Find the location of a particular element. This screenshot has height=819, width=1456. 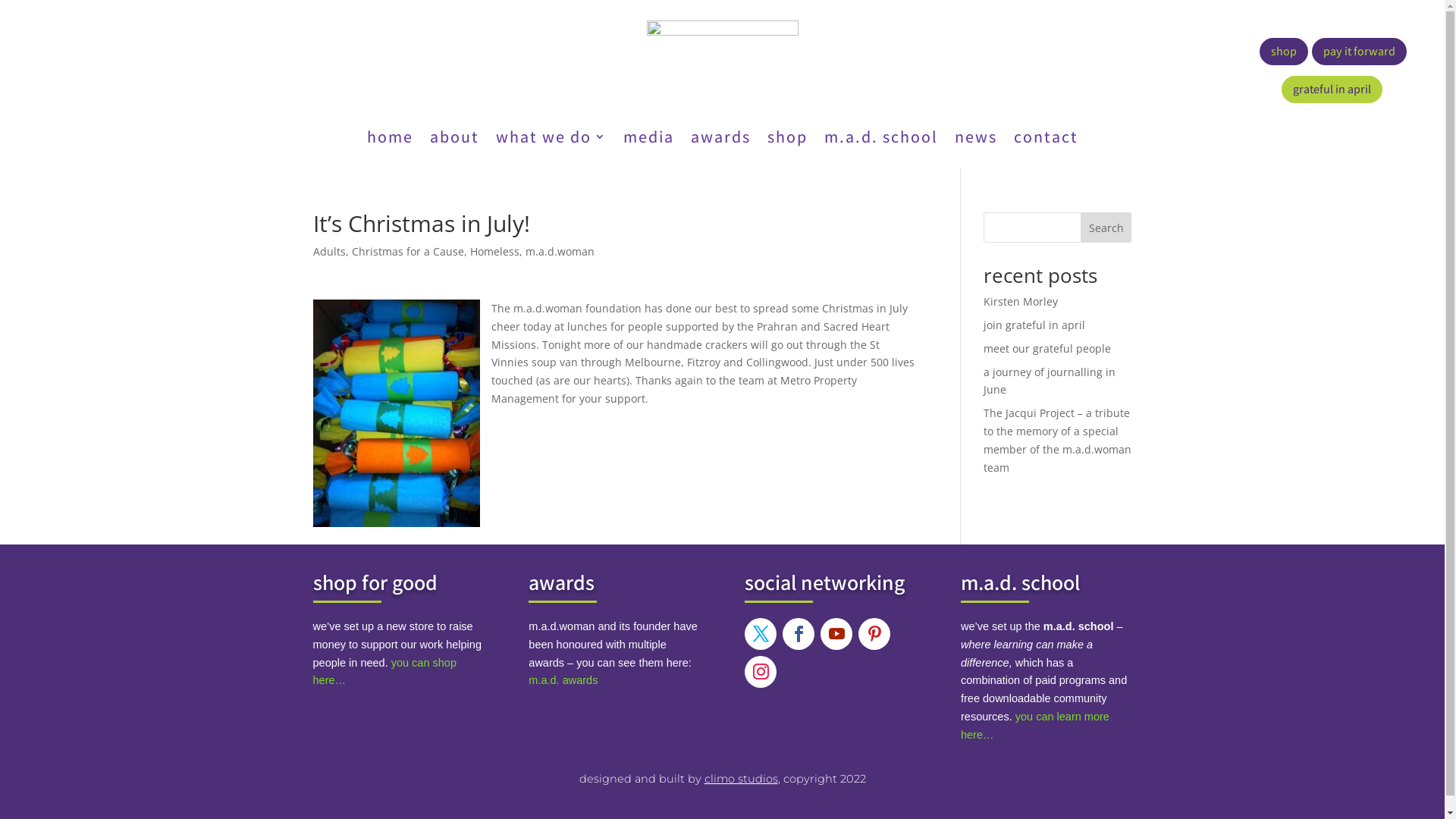

'Follow on Pinterest' is located at coordinates (874, 634).